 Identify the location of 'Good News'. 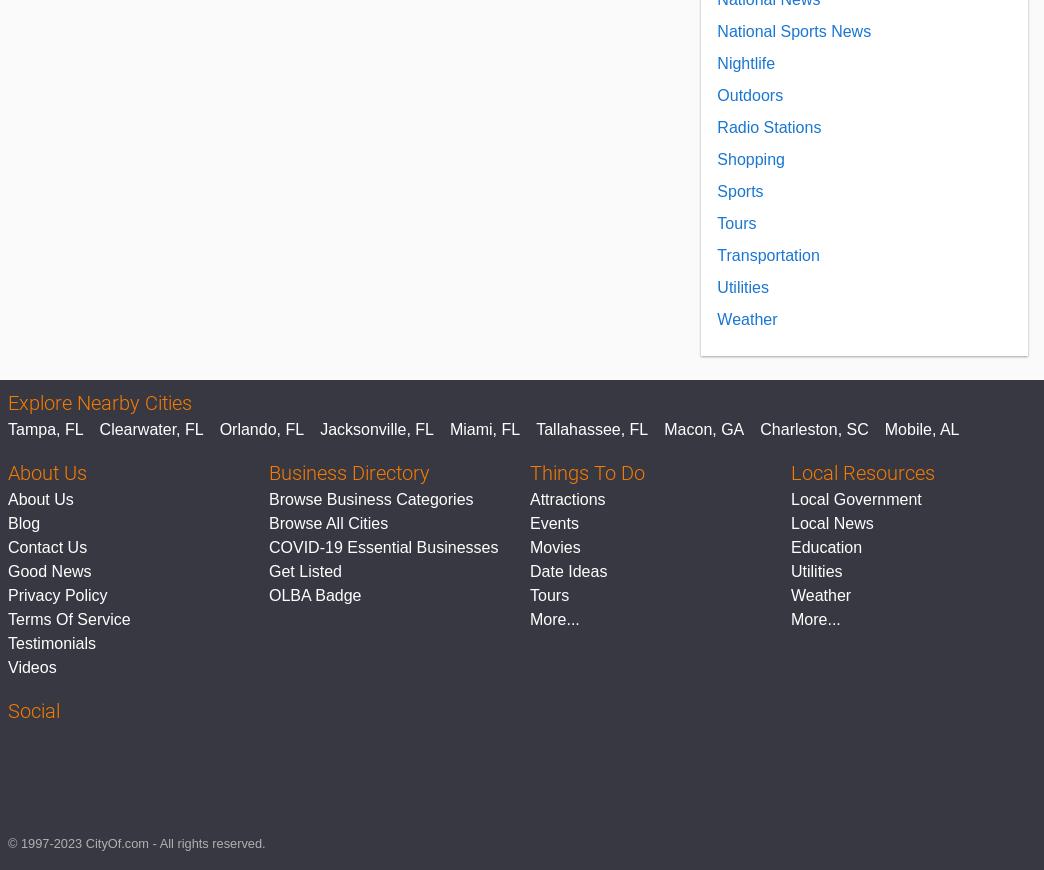
(48, 570).